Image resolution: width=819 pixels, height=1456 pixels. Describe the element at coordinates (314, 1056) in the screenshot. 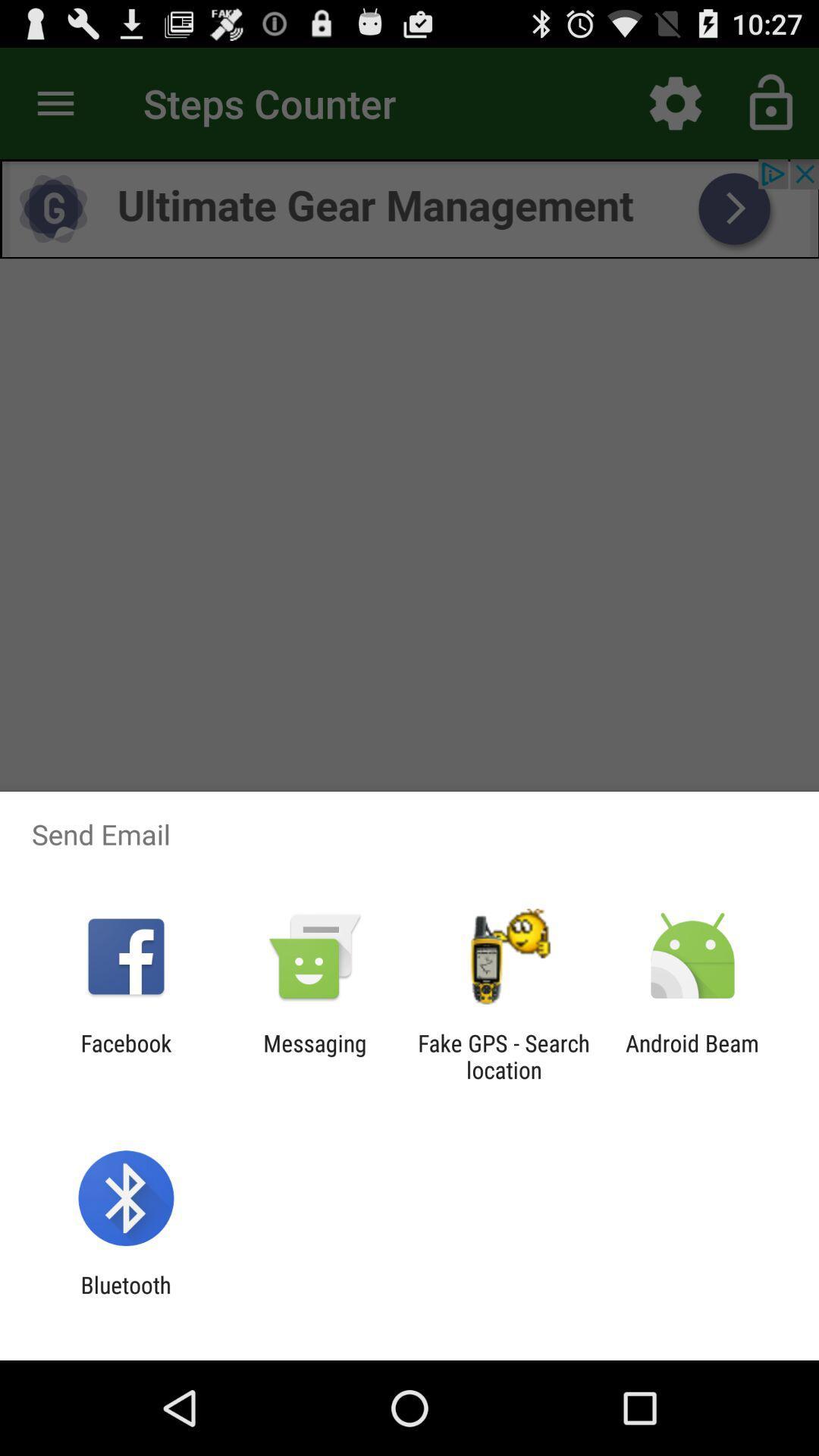

I see `messaging icon` at that location.